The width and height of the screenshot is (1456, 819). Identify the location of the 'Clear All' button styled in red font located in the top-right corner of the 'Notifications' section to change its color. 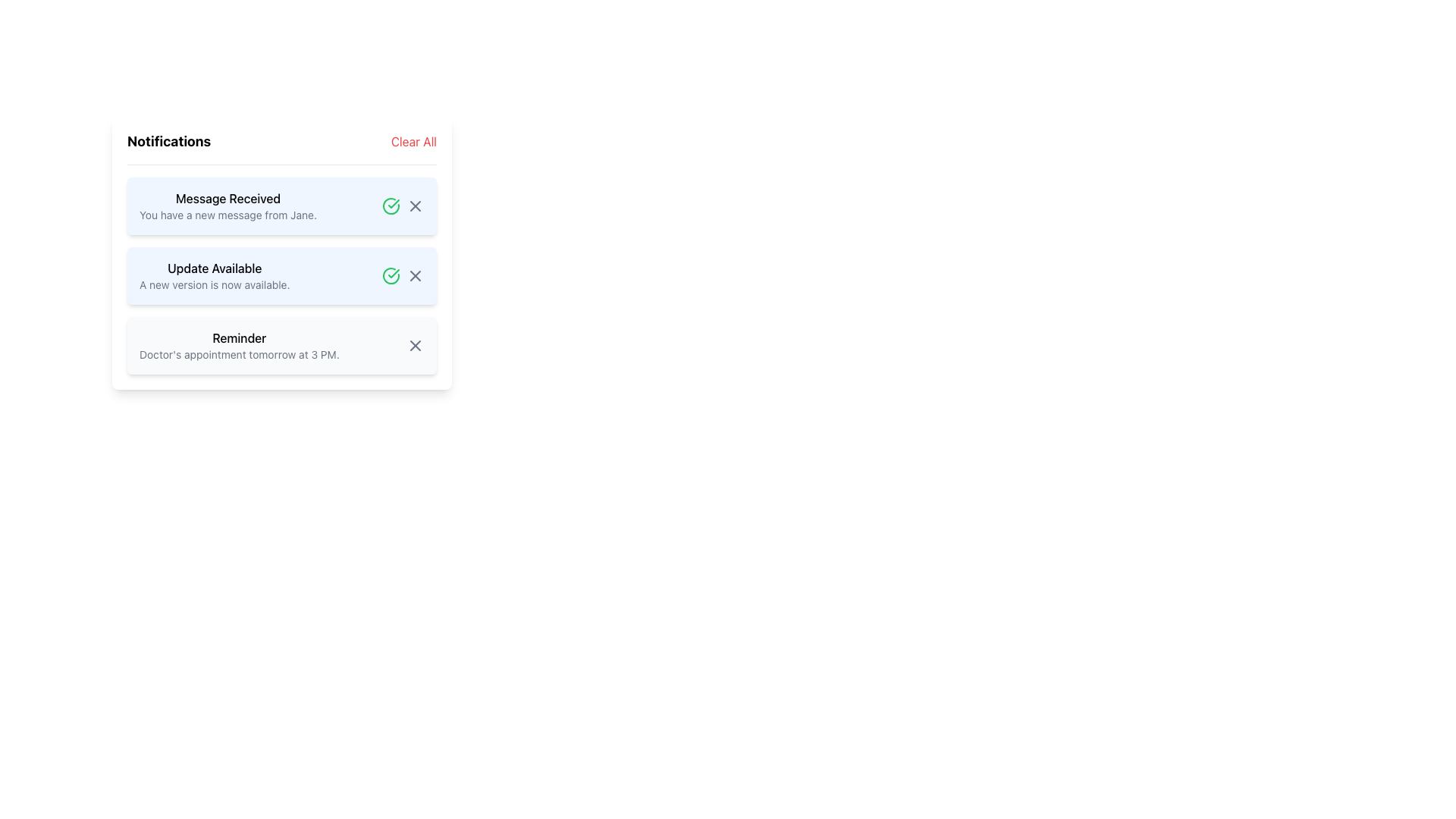
(413, 141).